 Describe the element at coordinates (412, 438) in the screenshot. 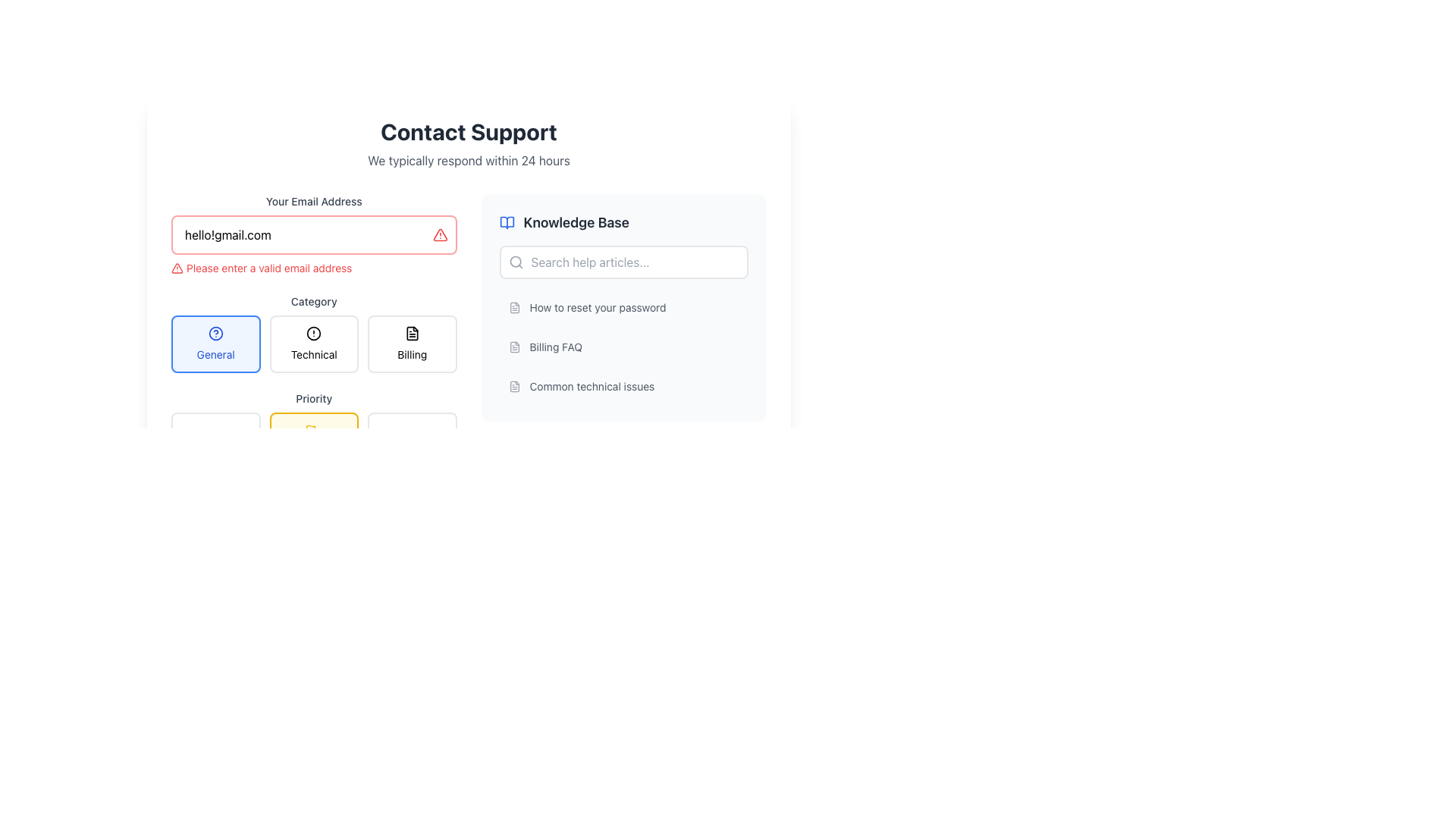

I see `the rectangular button labeled 'High' in the 'Priority' section` at that location.